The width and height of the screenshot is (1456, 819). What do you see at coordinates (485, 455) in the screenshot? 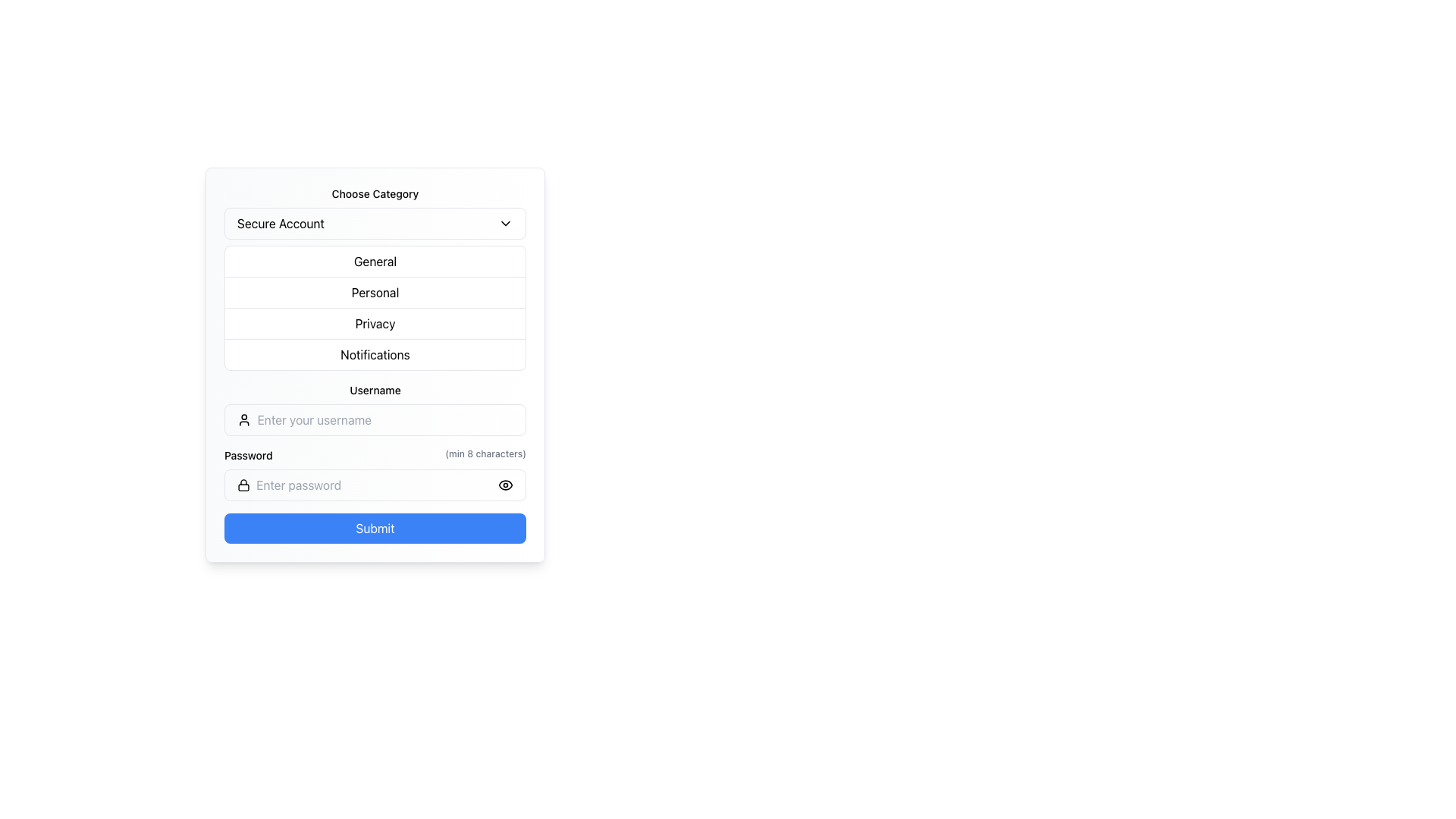
I see `text label displaying '(min 8 characters)' in light gray color, located in the 'Password' section to the right of the main 'Password' label` at bounding box center [485, 455].